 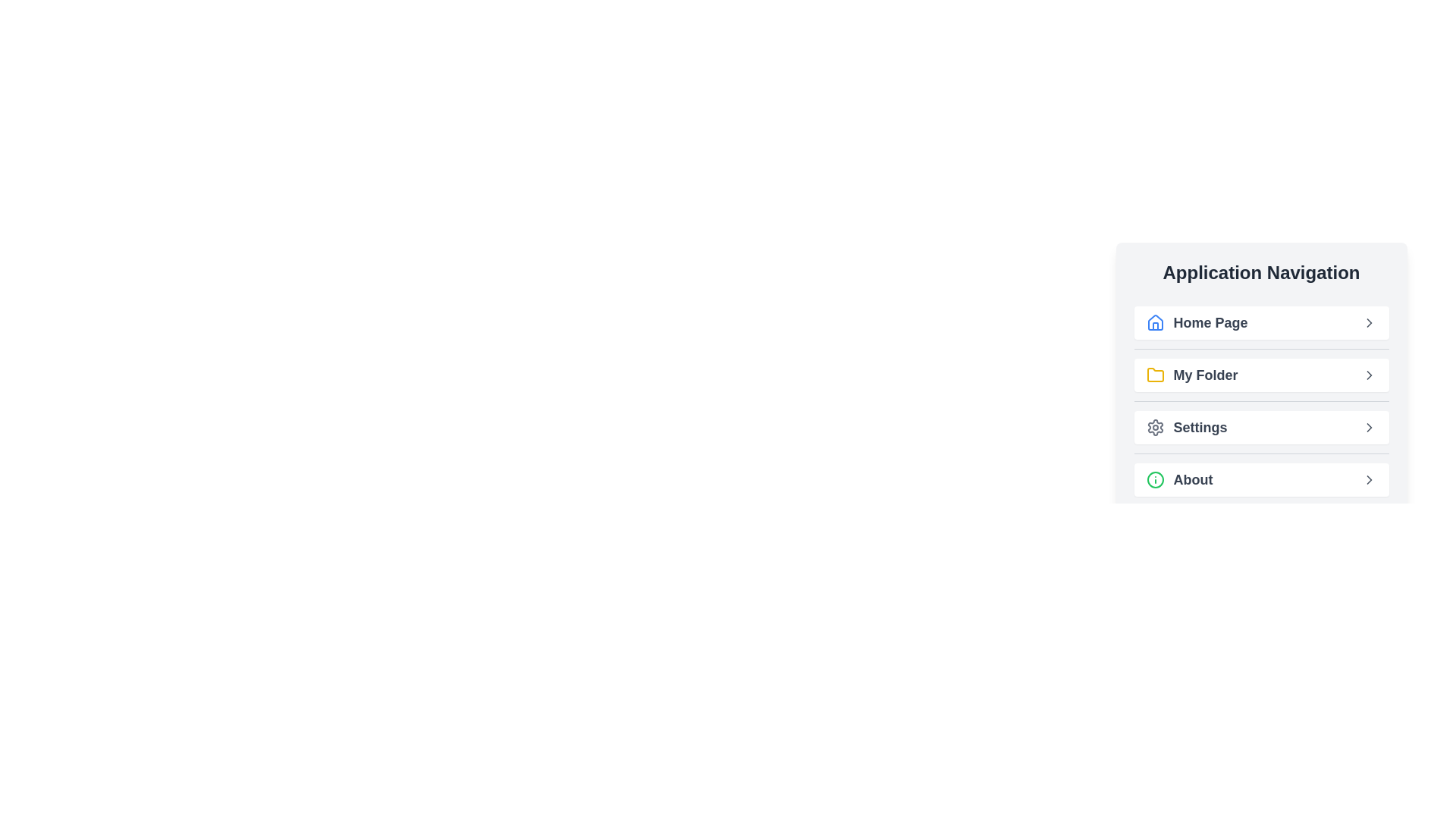 I want to click on the settings gear icon, which is the main shape within the settings option in the navigation menu, so click(x=1154, y=427).